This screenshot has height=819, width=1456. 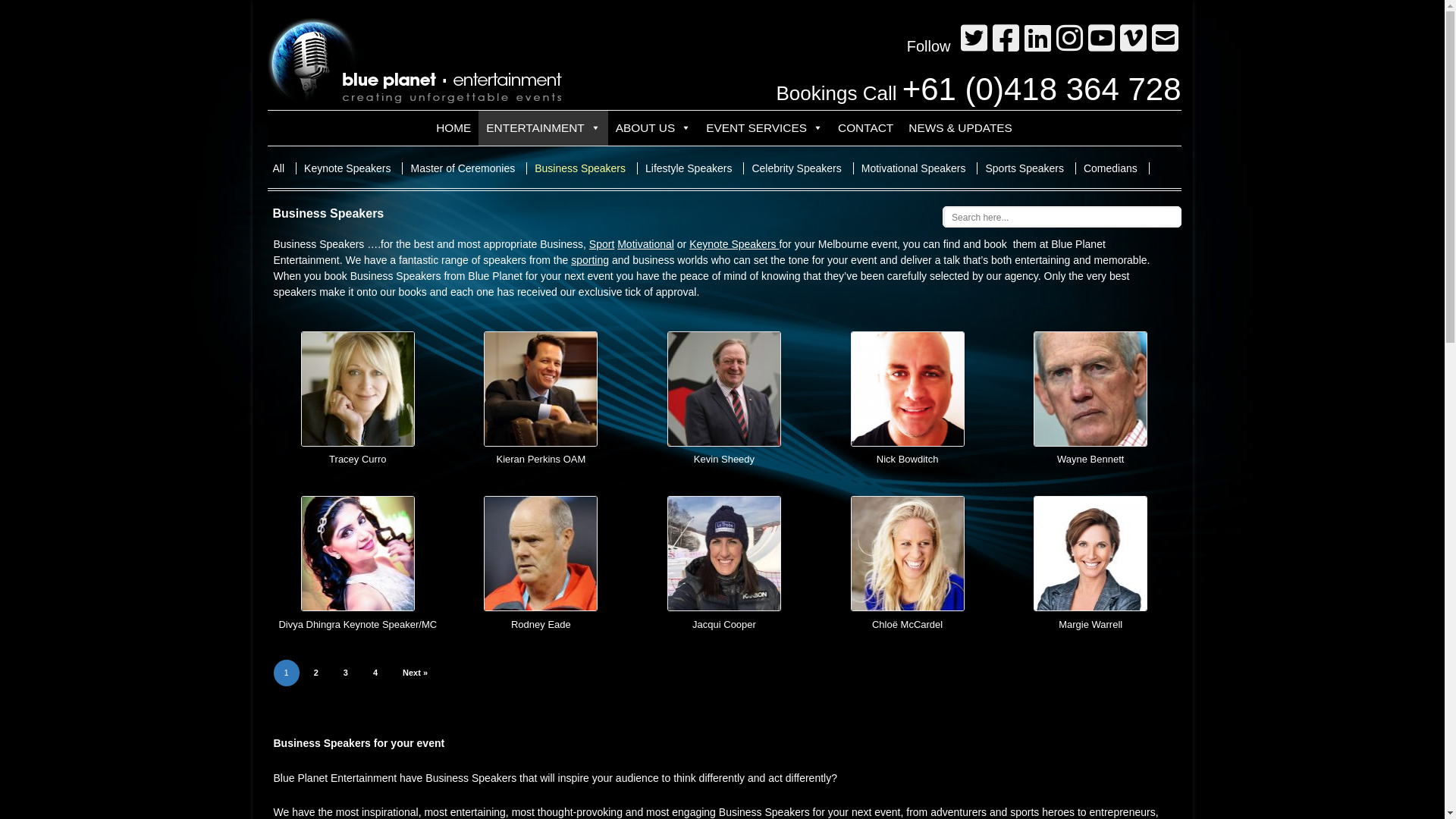 I want to click on '4', so click(x=375, y=672).